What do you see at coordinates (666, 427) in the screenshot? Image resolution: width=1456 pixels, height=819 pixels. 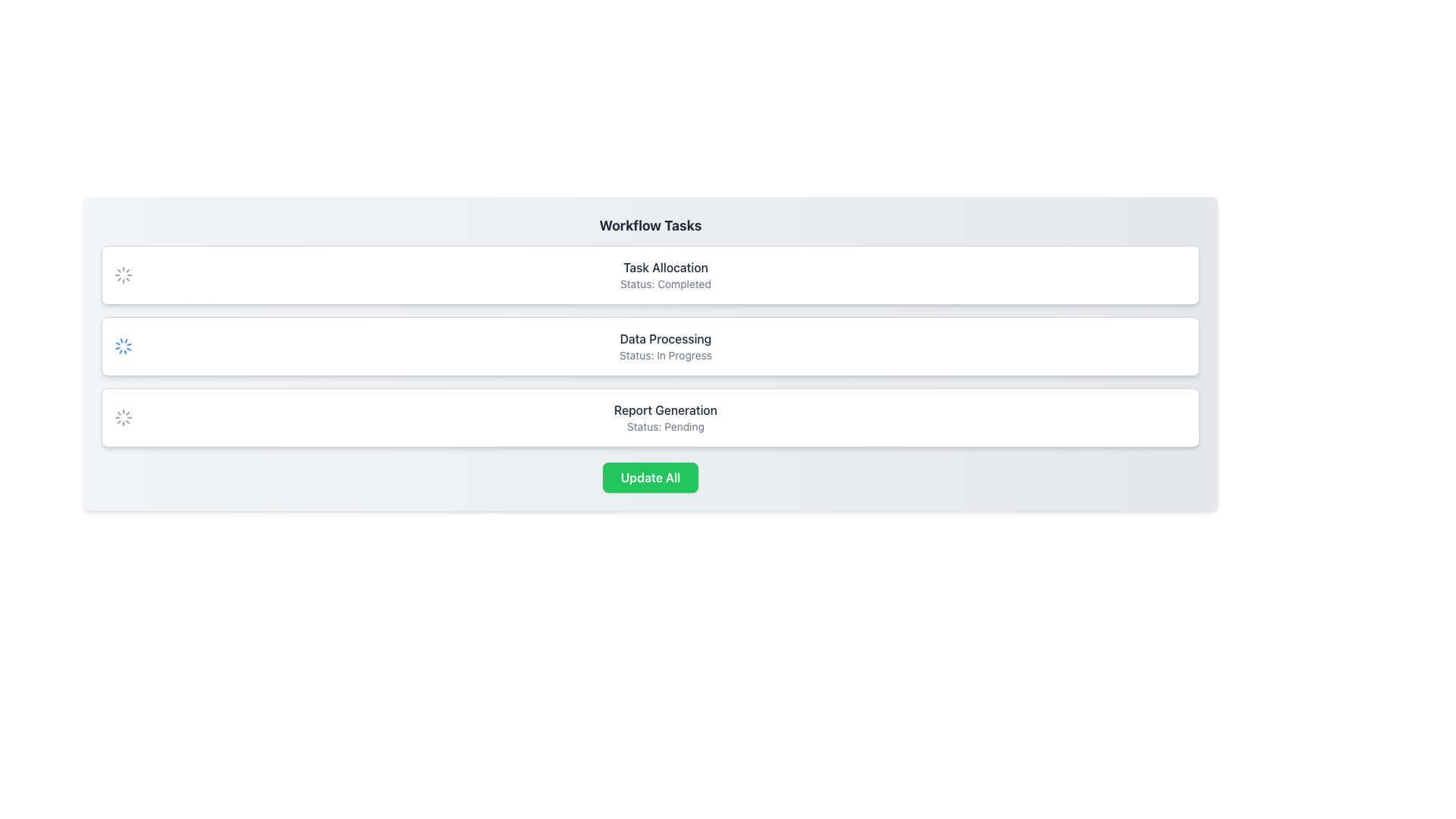 I see `status information displayed by the Text Label that indicates the current progress of the 'Report Generation' task, which is located within its respective card, directly below the title` at bounding box center [666, 427].